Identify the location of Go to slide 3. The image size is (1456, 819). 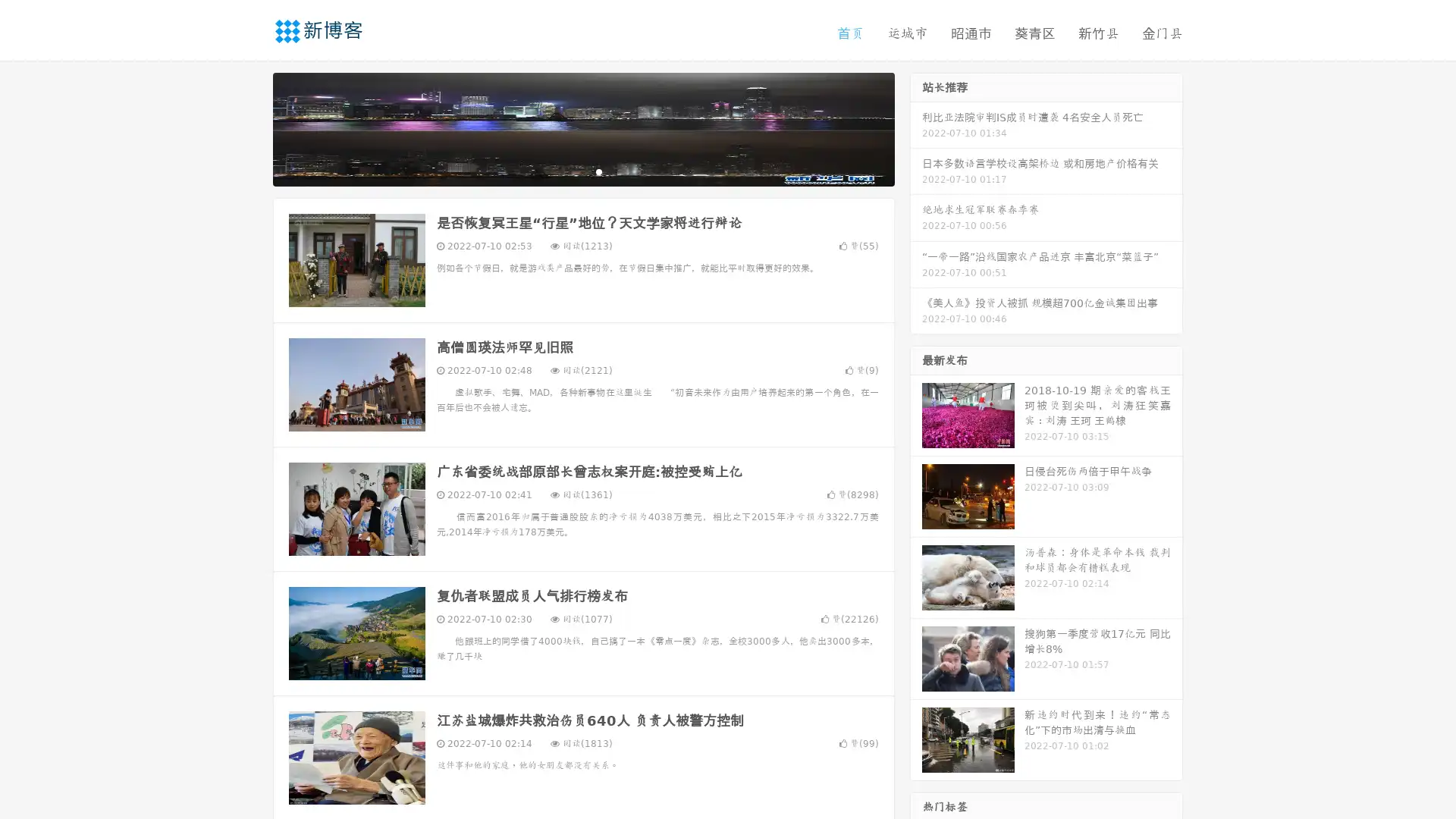
(598, 171).